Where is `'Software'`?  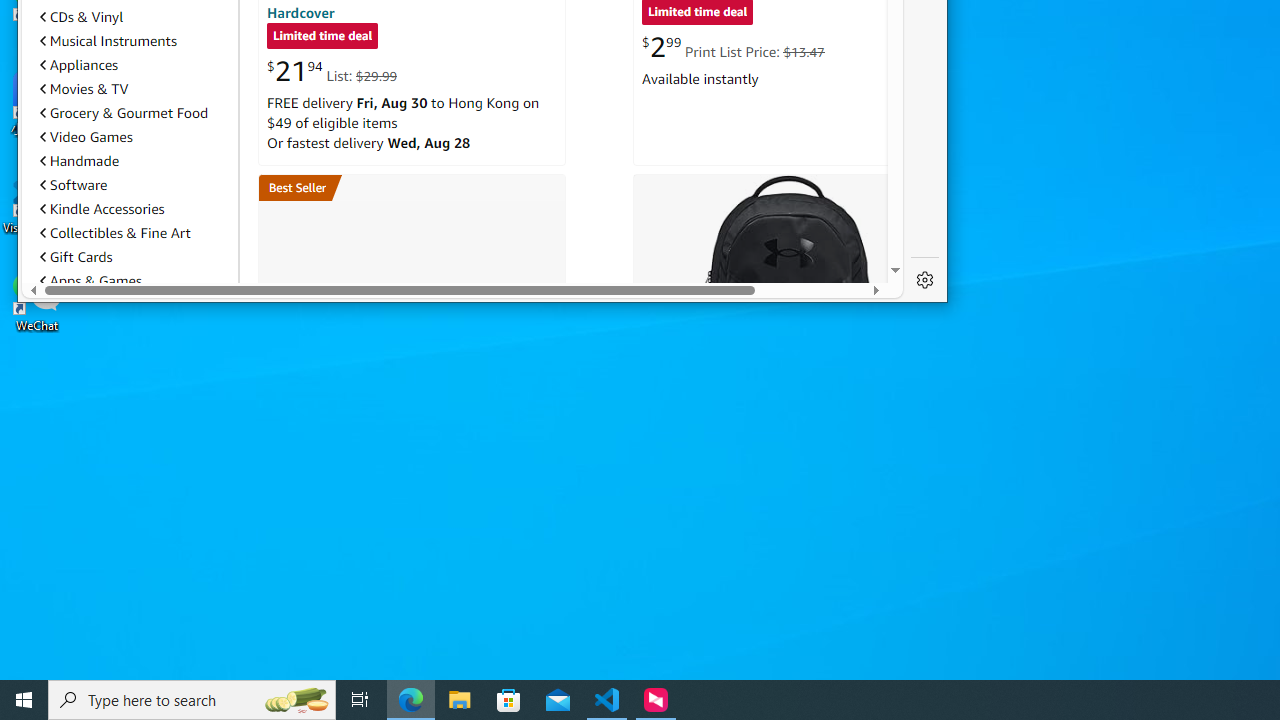
'Software' is located at coordinates (73, 184).